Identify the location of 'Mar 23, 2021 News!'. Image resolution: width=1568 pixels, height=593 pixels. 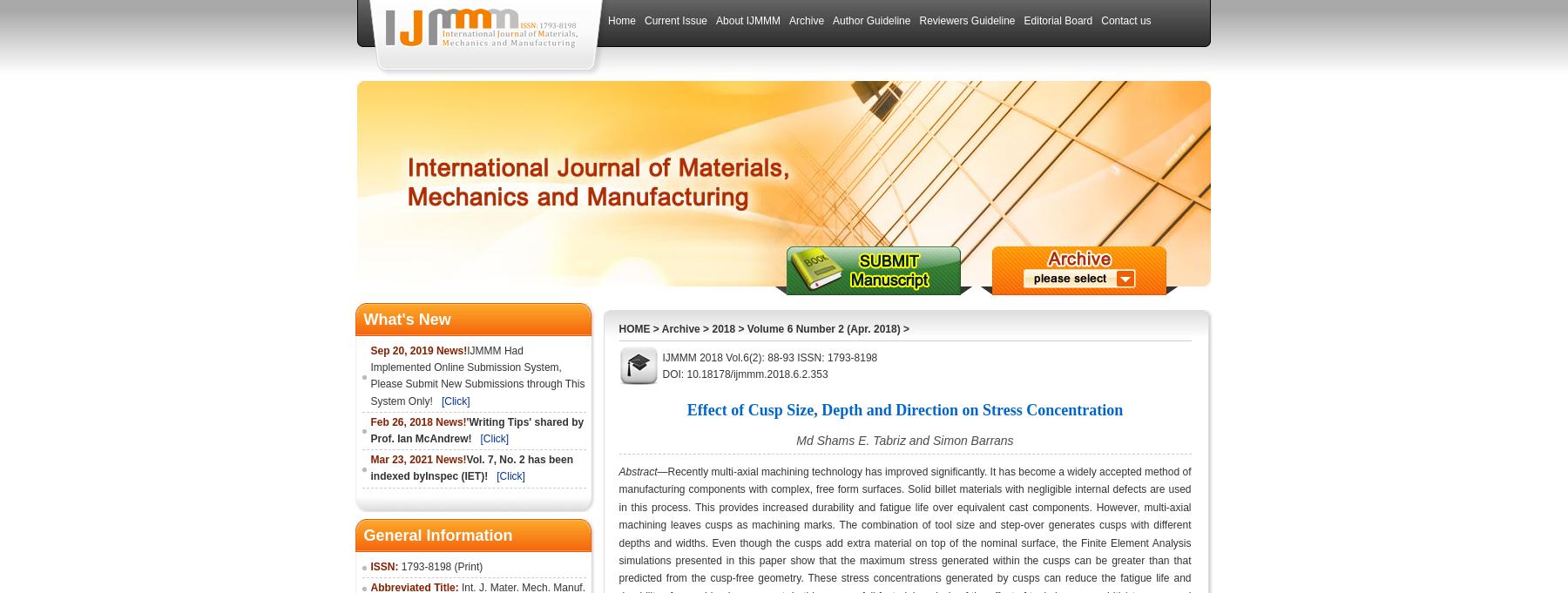
(417, 459).